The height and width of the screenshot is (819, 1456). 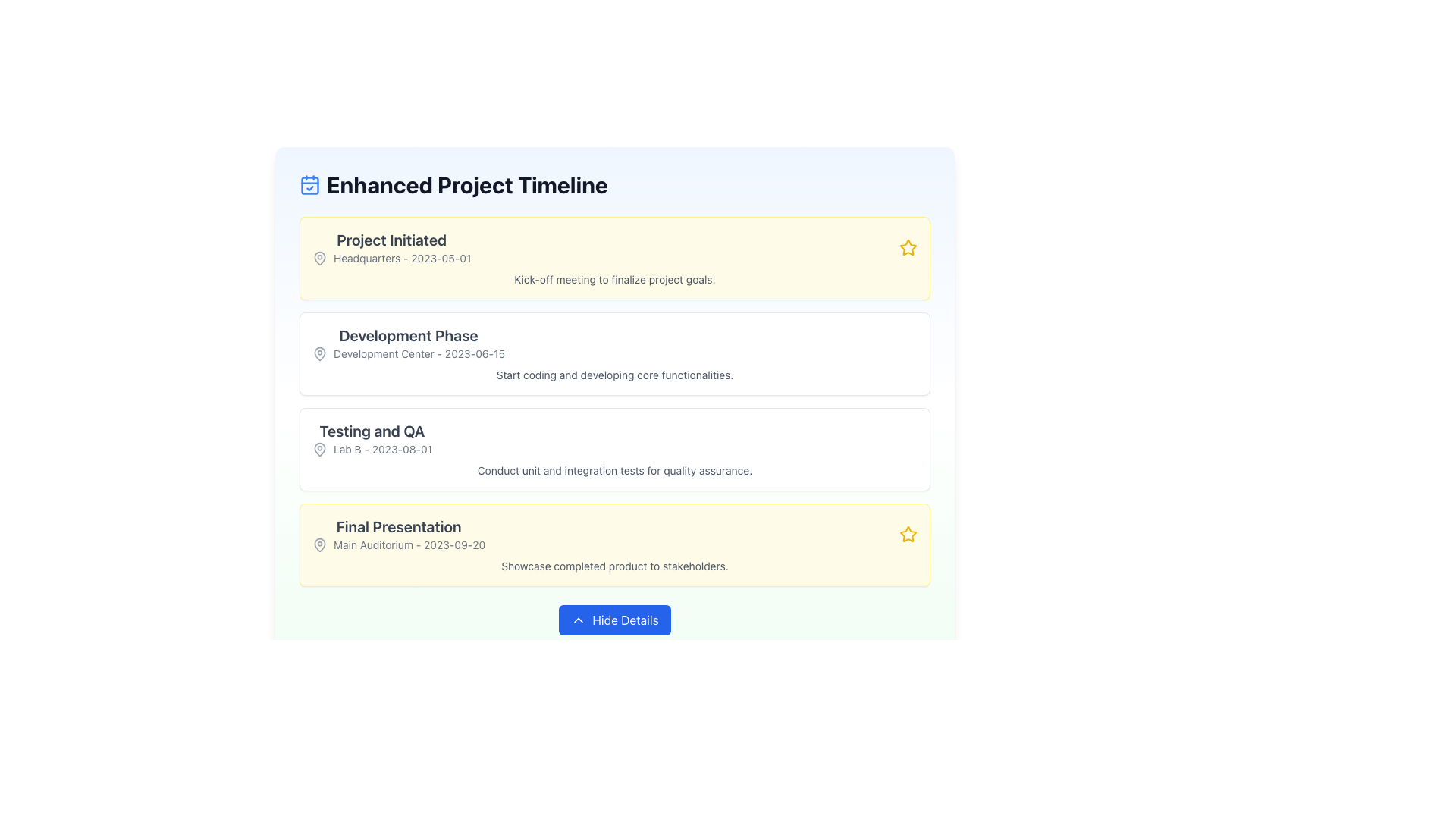 What do you see at coordinates (391, 257) in the screenshot?
I see `the Text and Icon Combination displaying 'Headquarters - 2023-05-01' located in the 'Project Initiated' section, below the title text and preceding a location icon` at bounding box center [391, 257].